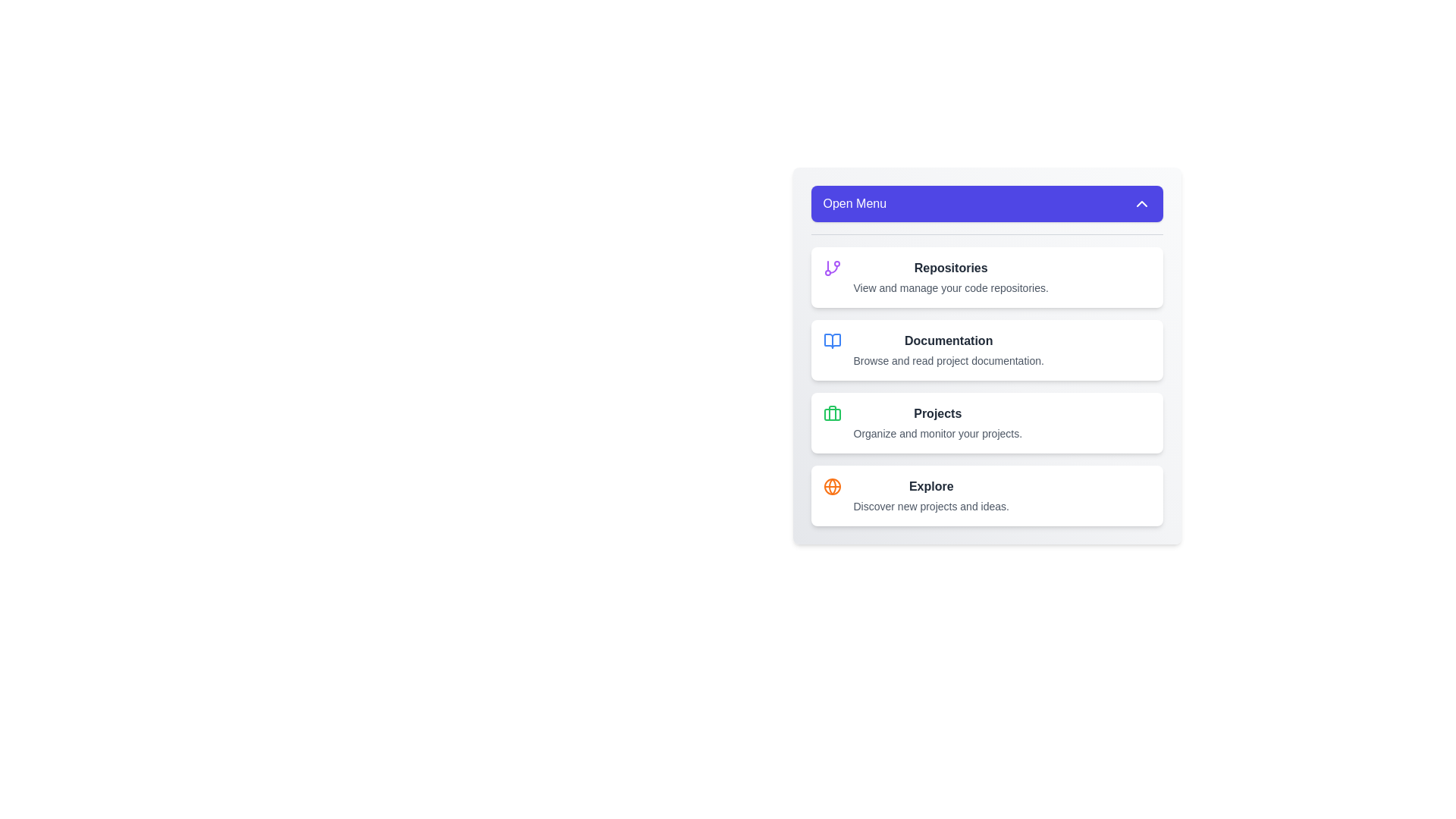  I want to click on the second interactive card in the vertically stacked list that serves as a navigation link to the documentation section, so click(987, 350).